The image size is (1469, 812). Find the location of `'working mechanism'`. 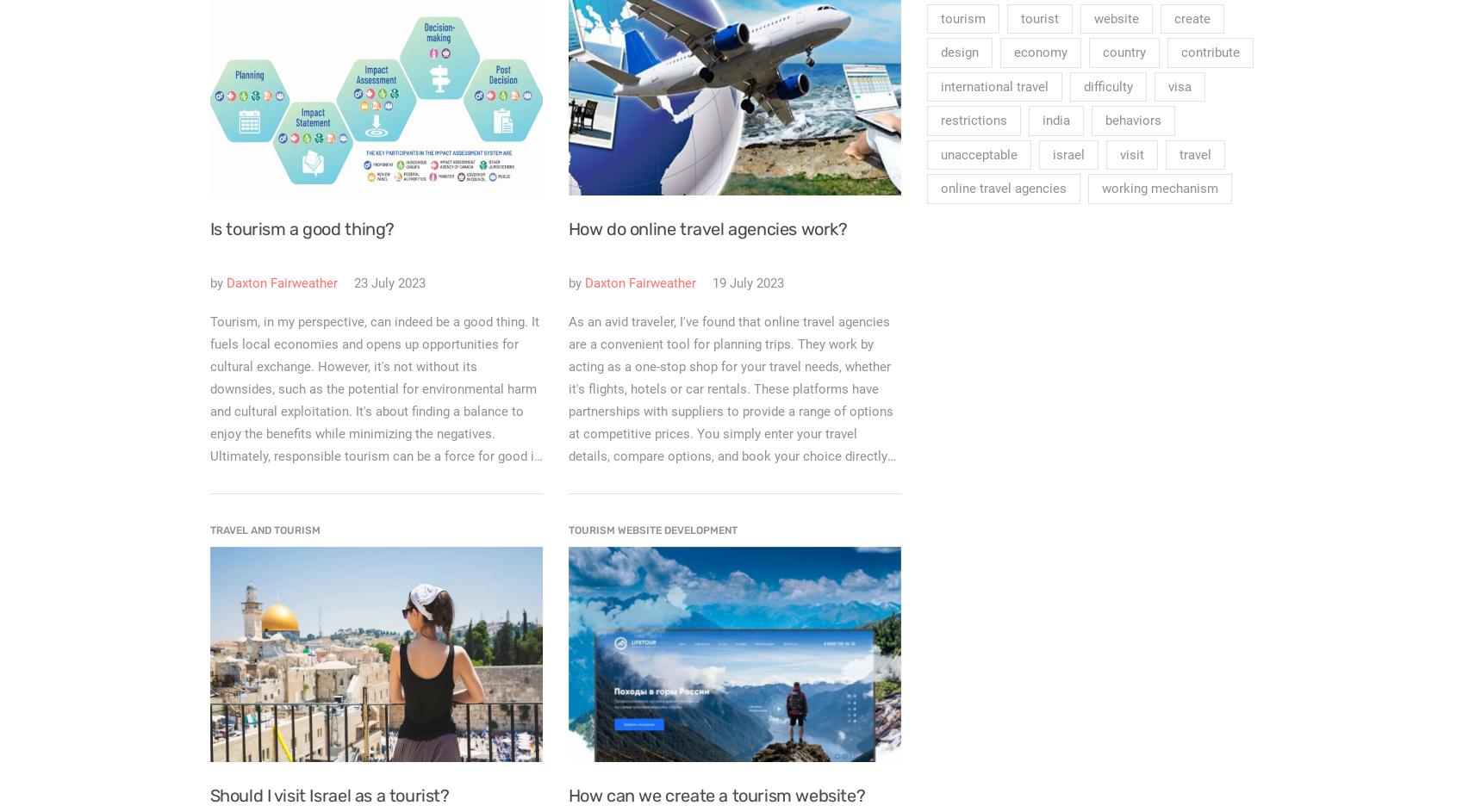

'working mechanism' is located at coordinates (1159, 188).